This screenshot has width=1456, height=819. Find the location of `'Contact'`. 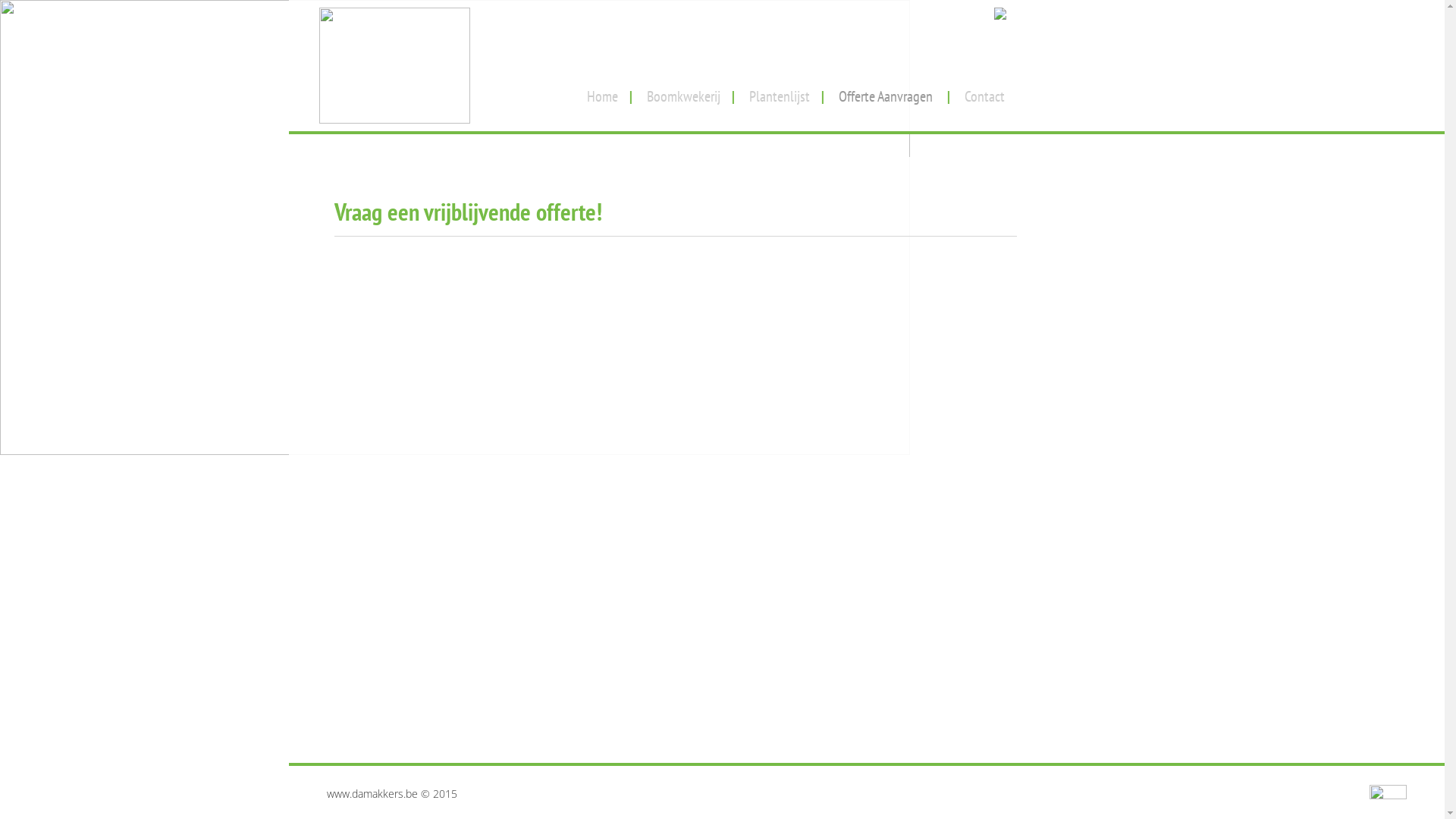

'Contact' is located at coordinates (984, 90).